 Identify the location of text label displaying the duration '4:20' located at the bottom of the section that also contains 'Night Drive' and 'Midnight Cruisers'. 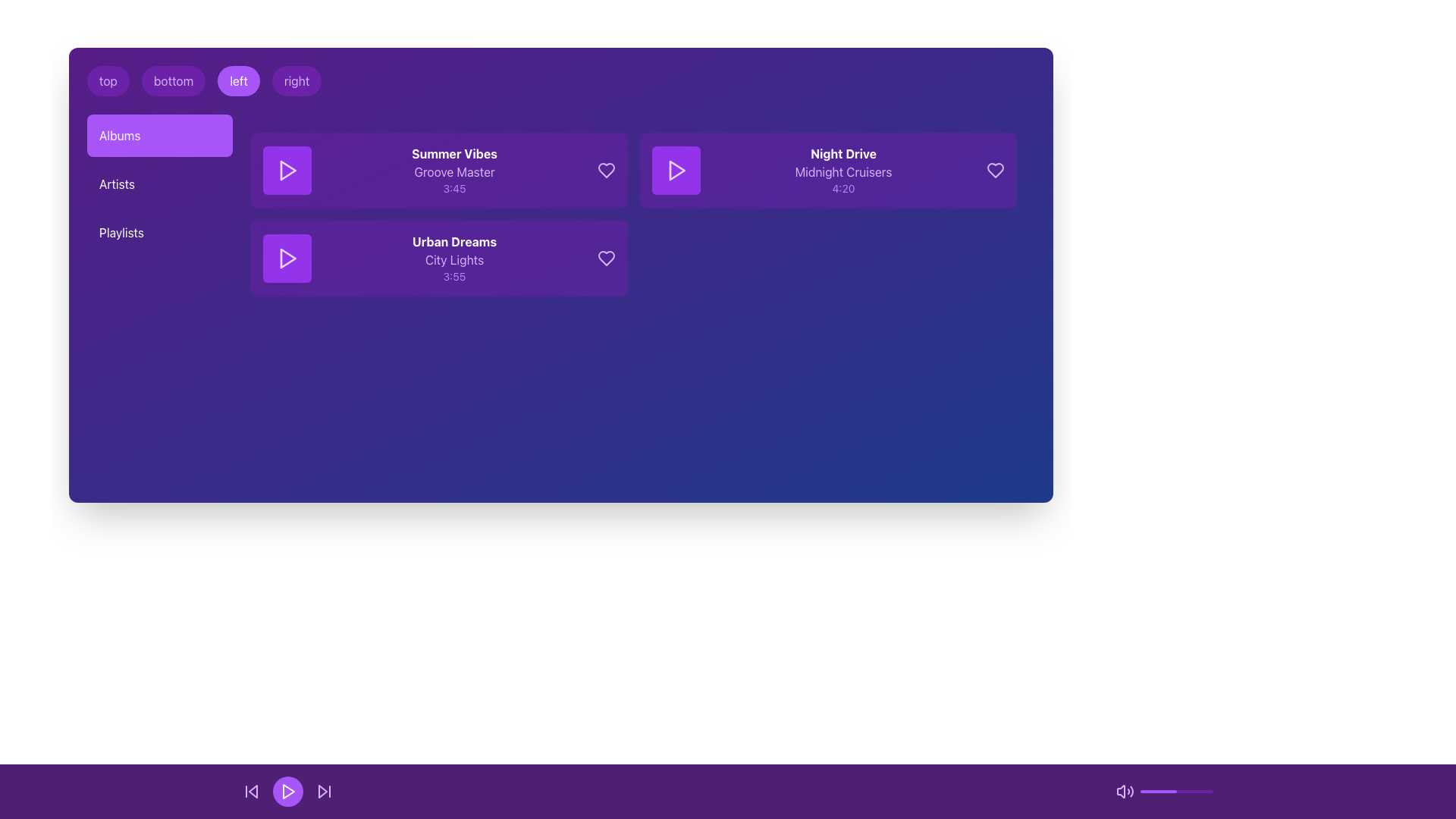
(843, 188).